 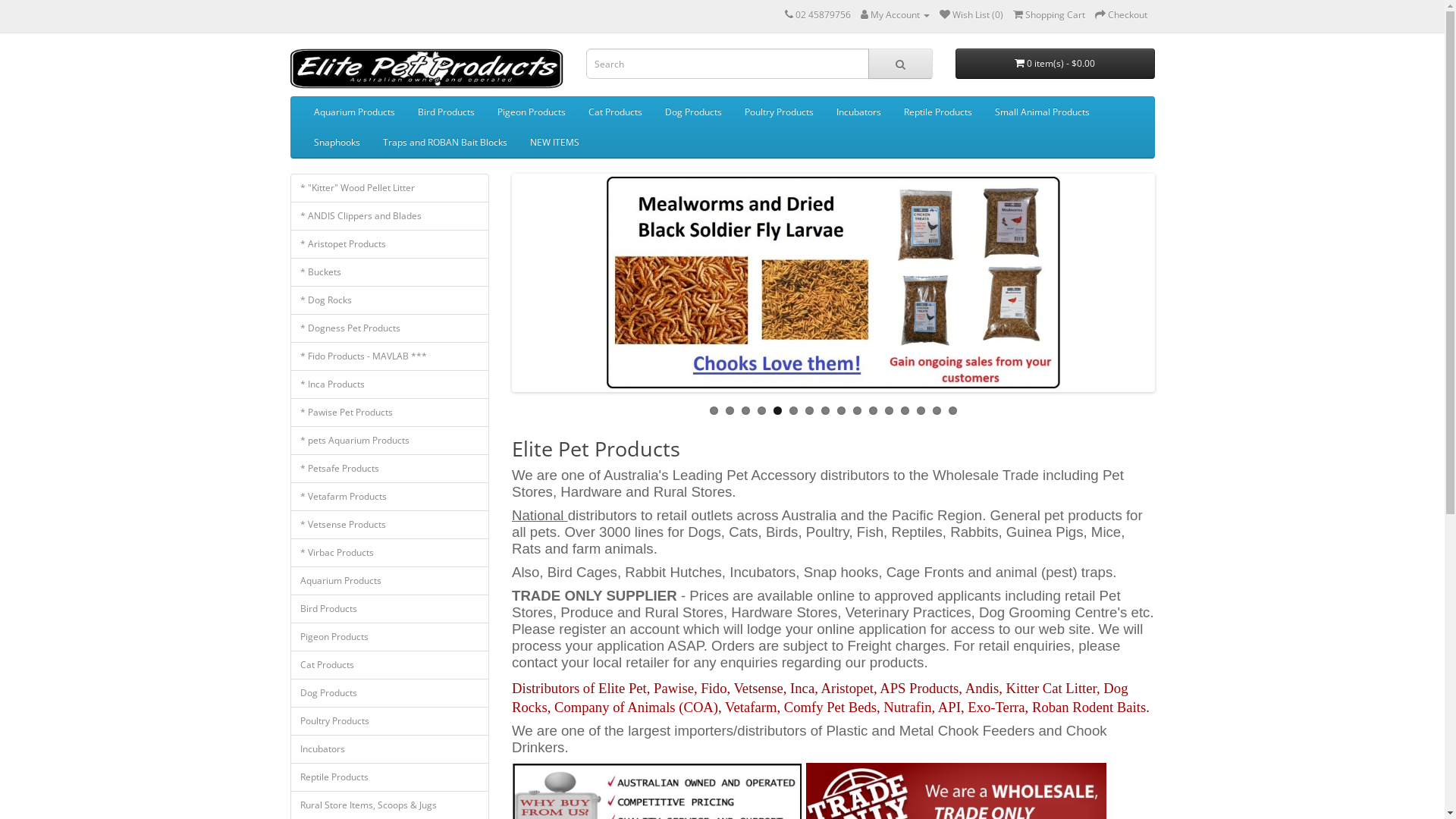 What do you see at coordinates (1012, 14) in the screenshot?
I see `'Shopping Cart'` at bounding box center [1012, 14].